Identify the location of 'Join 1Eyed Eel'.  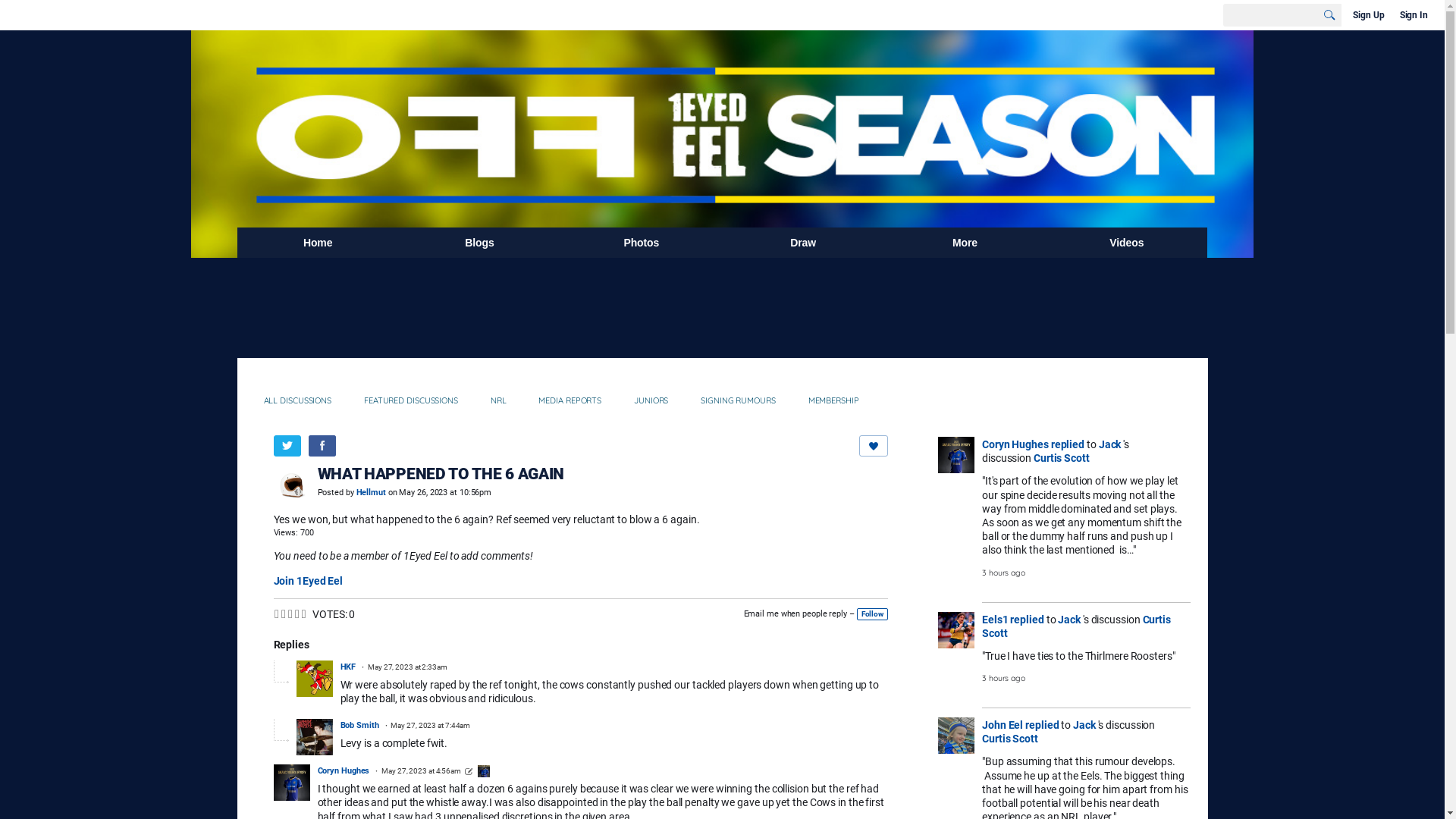
(307, 580).